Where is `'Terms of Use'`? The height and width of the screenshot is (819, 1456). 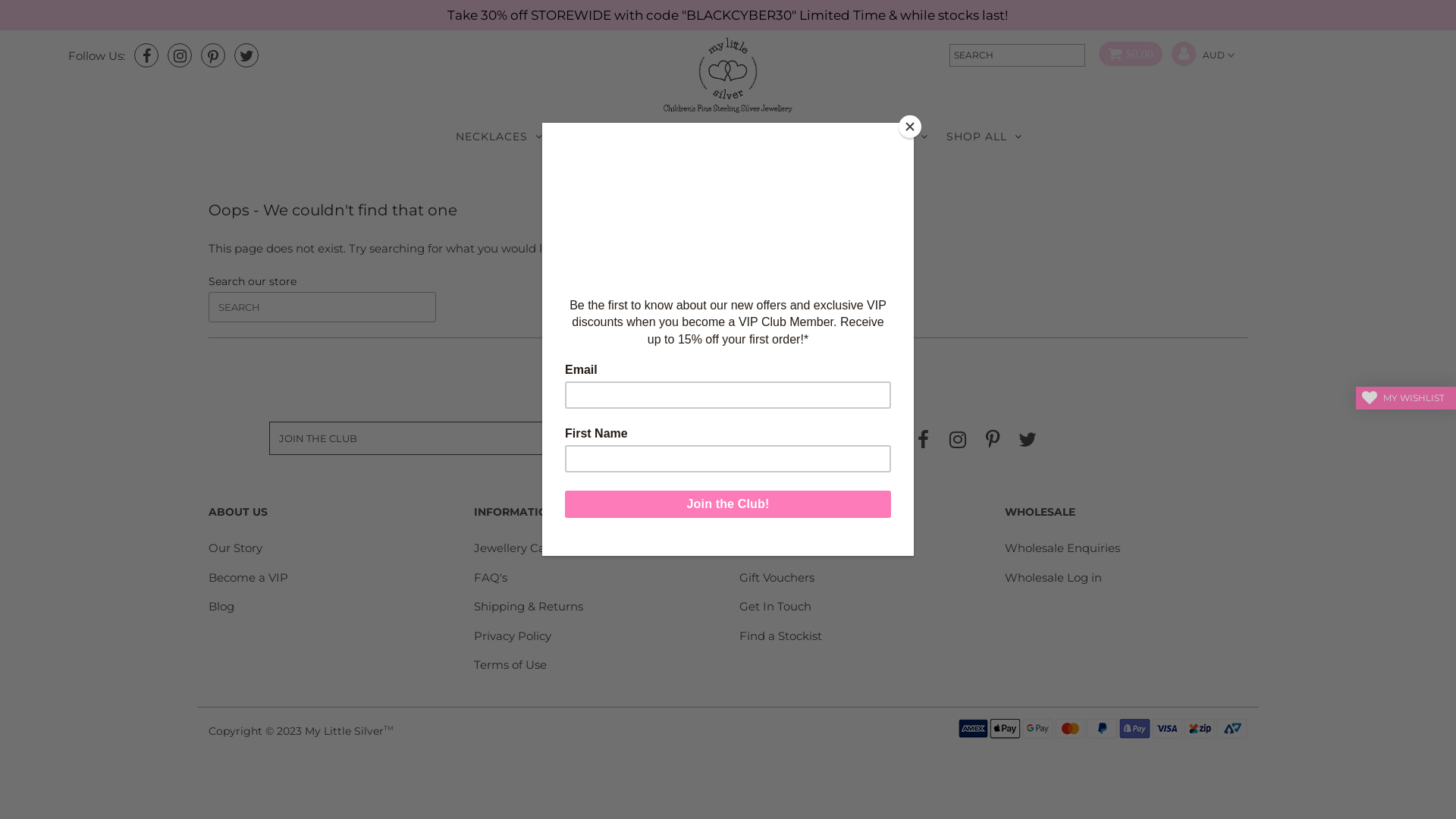
'Terms of Use' is located at coordinates (510, 664).